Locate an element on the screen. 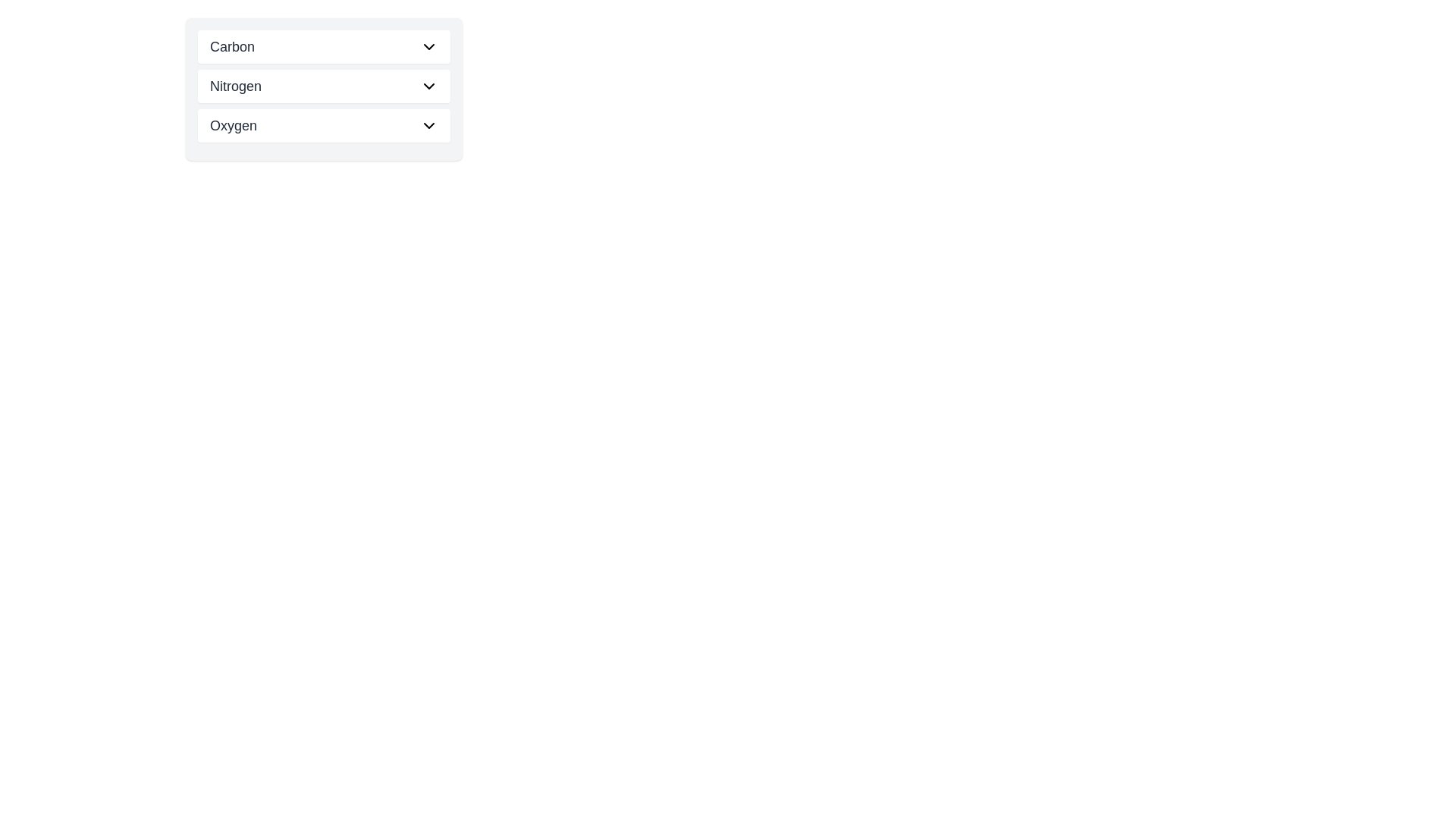  the 'Carbon' dropdown menu for keyboard interaction by clicking on it is located at coordinates (323, 45).